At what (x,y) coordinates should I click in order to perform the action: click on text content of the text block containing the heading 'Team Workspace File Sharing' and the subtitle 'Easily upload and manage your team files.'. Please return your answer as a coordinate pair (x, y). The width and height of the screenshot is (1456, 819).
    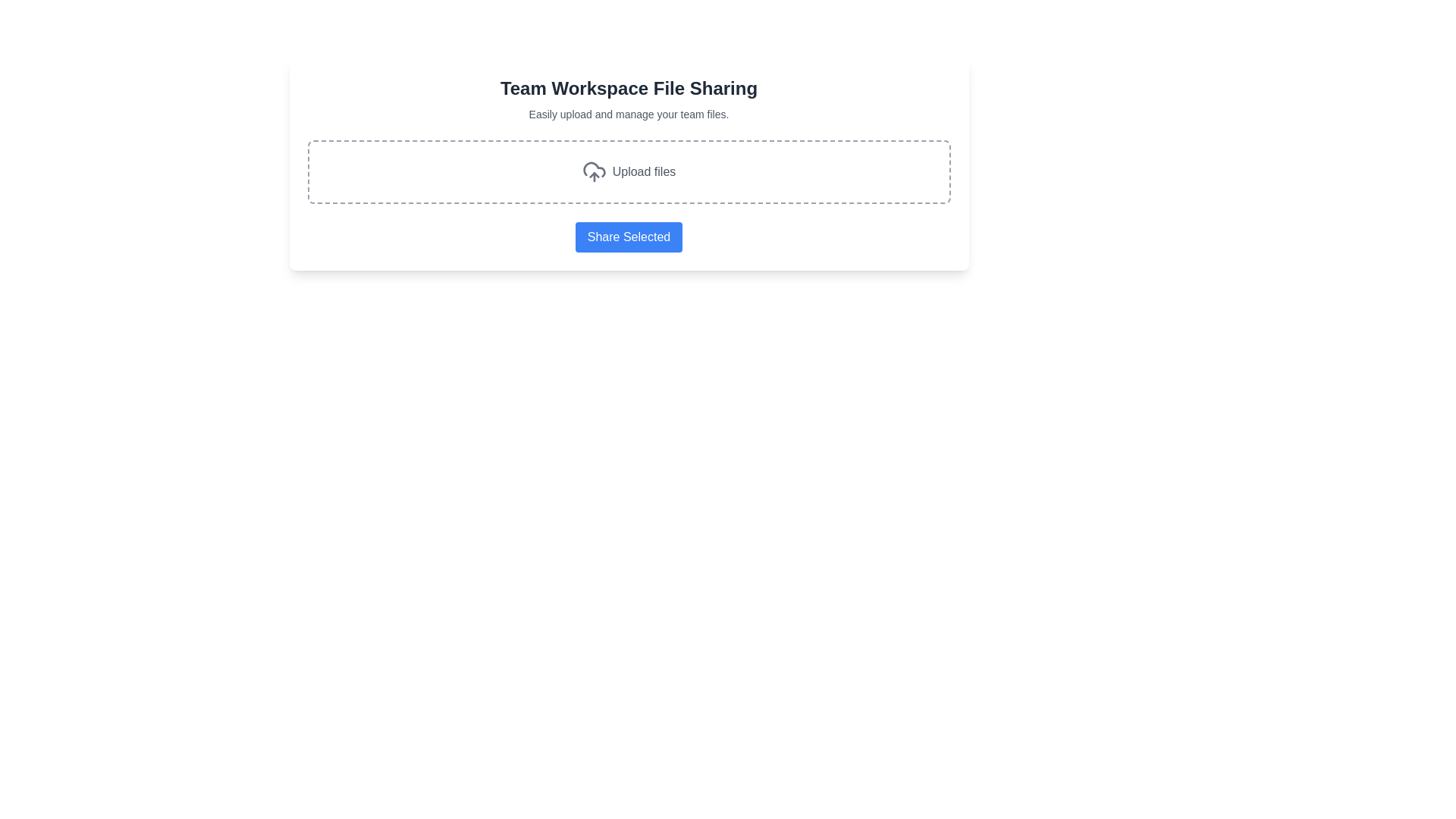
    Looking at the image, I should click on (629, 99).